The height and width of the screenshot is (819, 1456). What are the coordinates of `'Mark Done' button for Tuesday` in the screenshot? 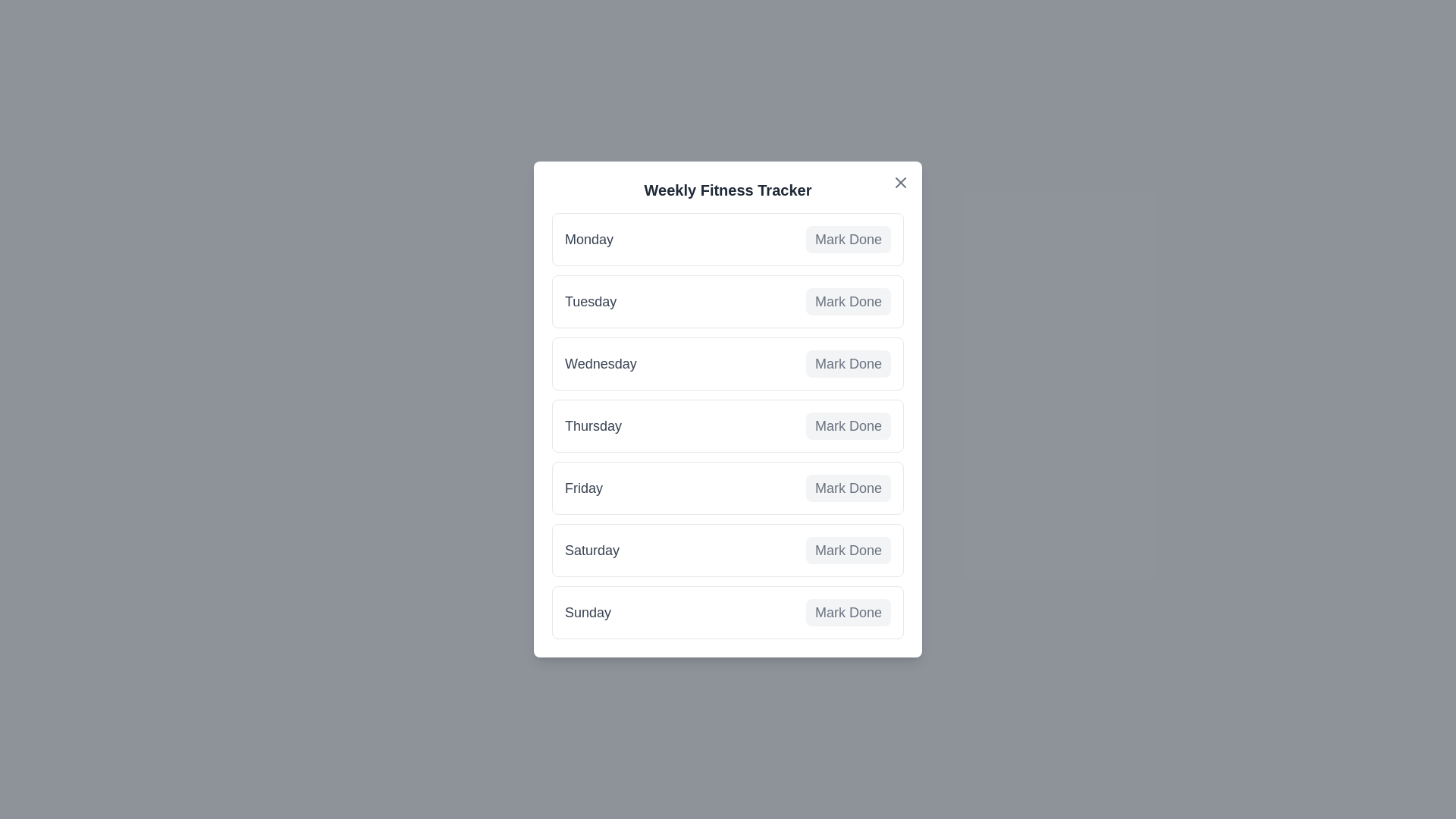 It's located at (847, 301).